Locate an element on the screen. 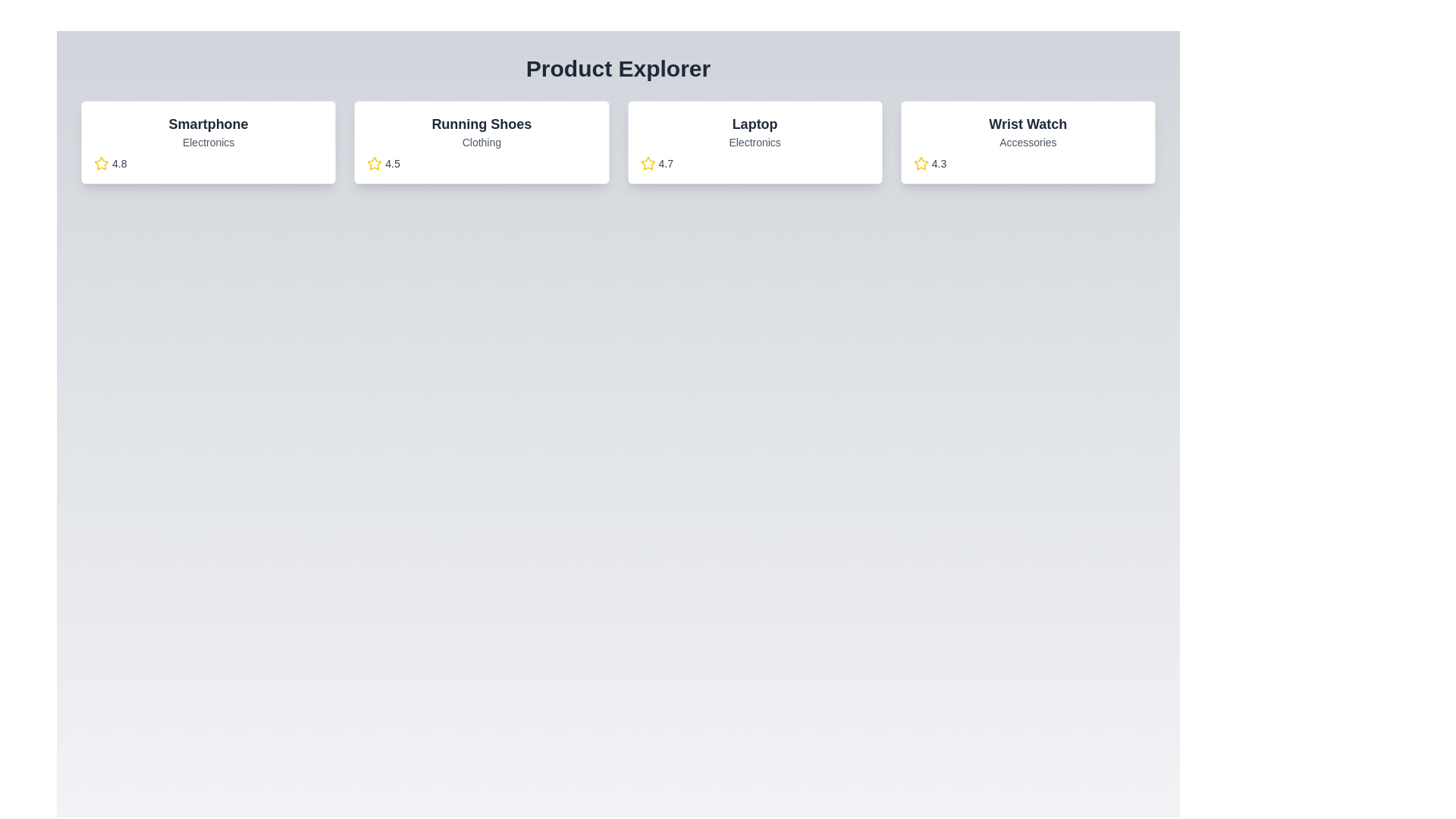 The image size is (1456, 819). the 'Smartphone' text label displayed in bold and large font at the top of the first card in a horizontal list of product cards is located at coordinates (208, 124).